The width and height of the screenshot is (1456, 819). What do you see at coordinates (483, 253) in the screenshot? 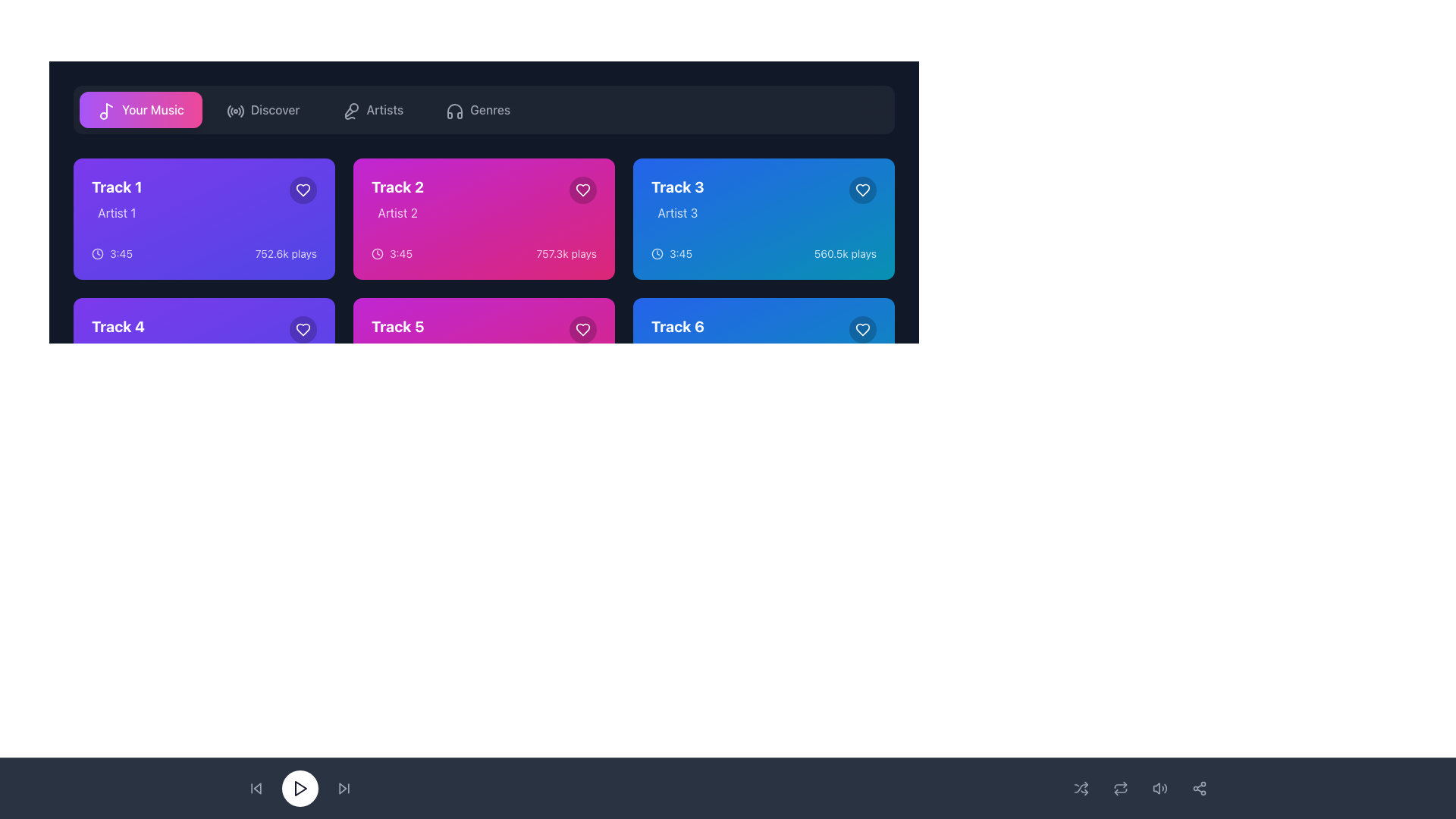
I see `the informational display component that shows the metadata for the music track, indicating its duration and play count, located at the bottom of the pink card titled 'Track 2'` at bounding box center [483, 253].